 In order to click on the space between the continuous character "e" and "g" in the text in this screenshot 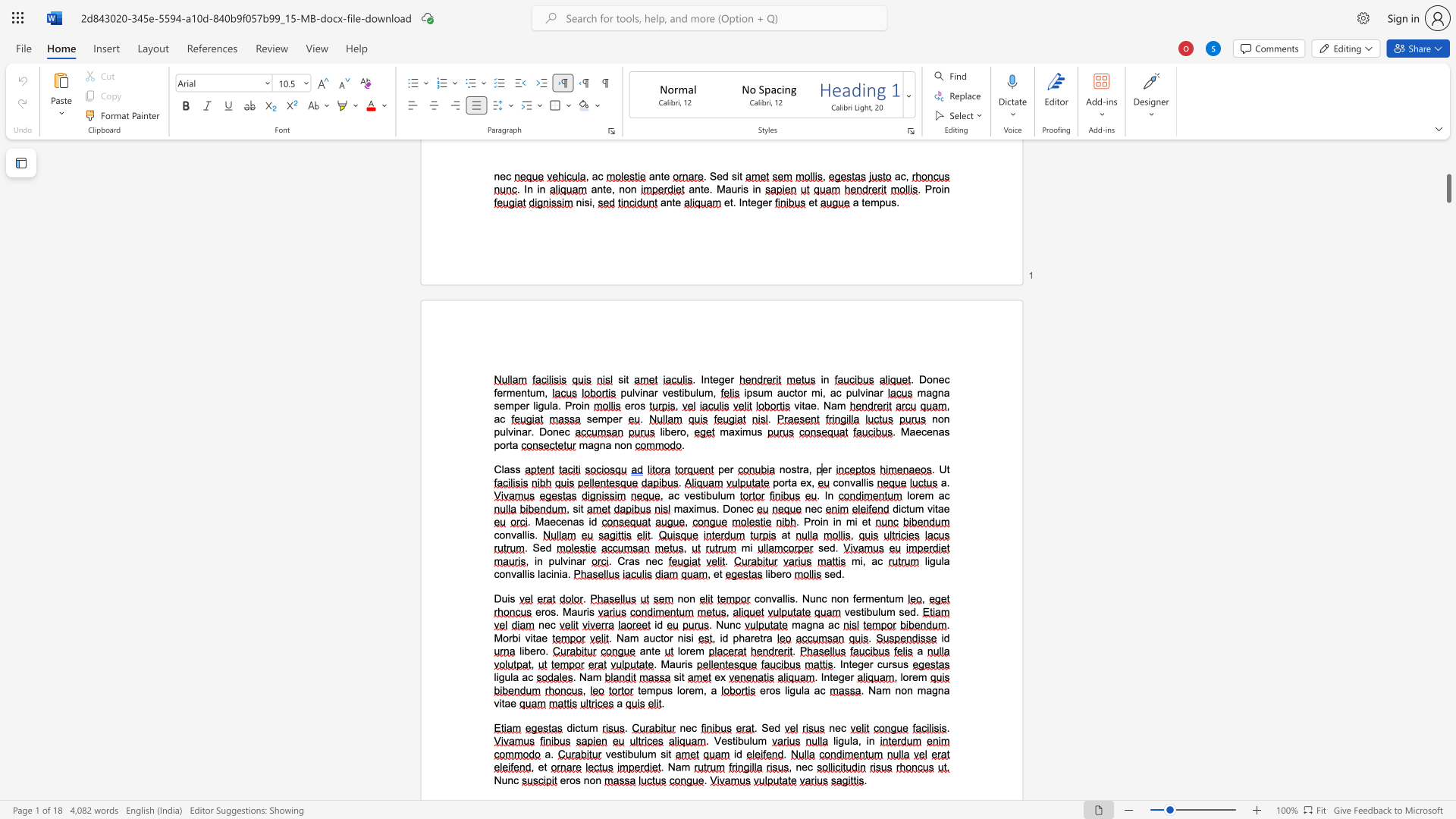, I will do `click(756, 202)`.